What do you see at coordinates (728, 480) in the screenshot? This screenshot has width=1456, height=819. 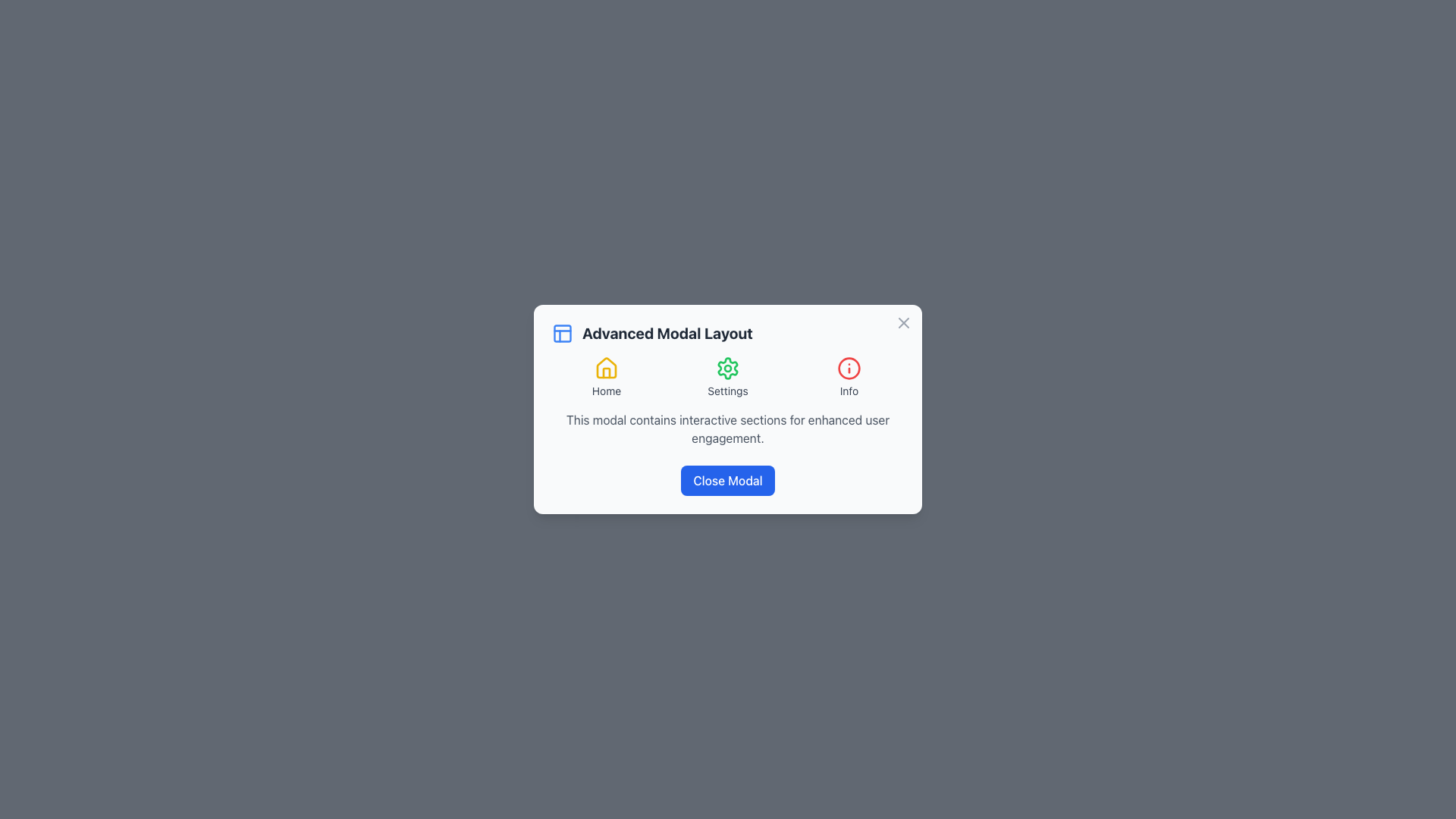 I see `the close button located at the bottom center of the modal window` at bounding box center [728, 480].